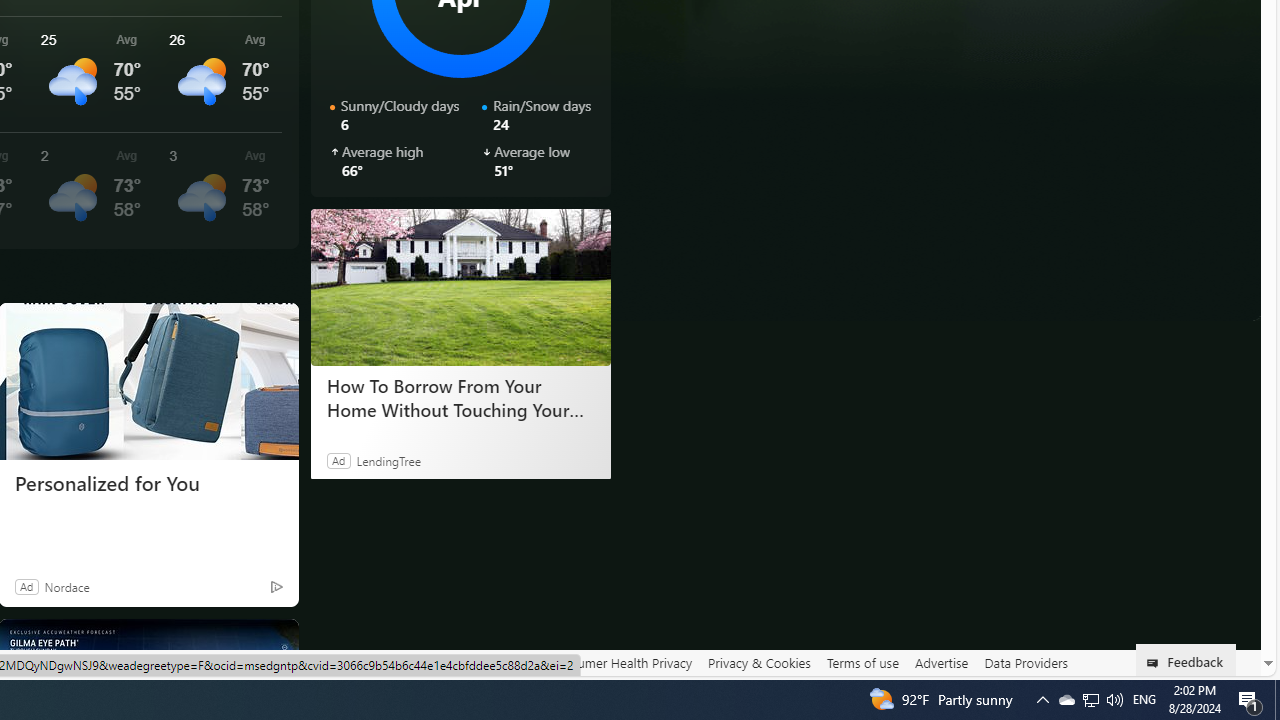 This screenshot has height=720, width=1280. Describe the element at coordinates (940, 662) in the screenshot. I see `'Advertise'` at that location.